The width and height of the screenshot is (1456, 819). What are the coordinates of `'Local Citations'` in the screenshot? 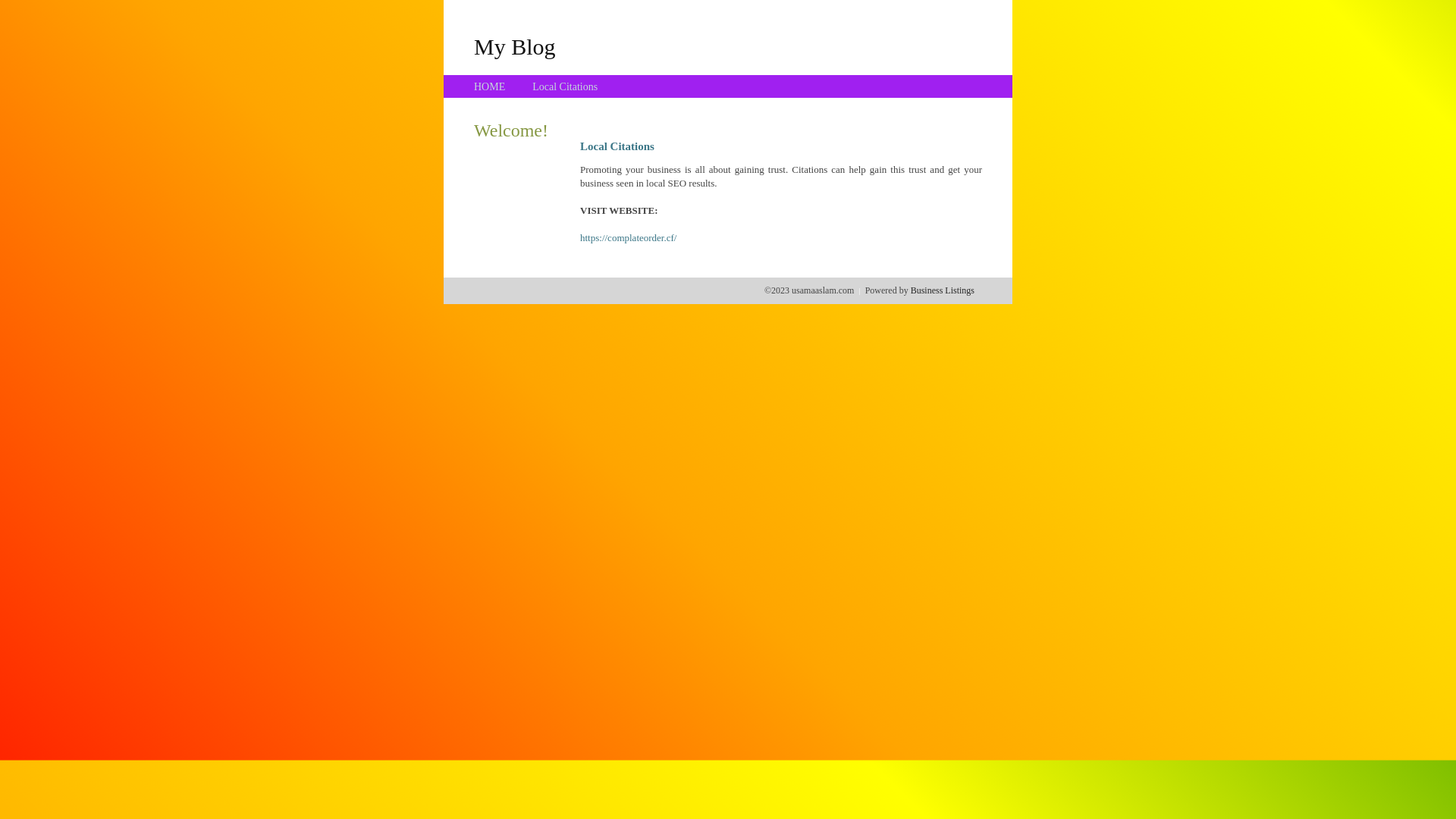 It's located at (532, 86).